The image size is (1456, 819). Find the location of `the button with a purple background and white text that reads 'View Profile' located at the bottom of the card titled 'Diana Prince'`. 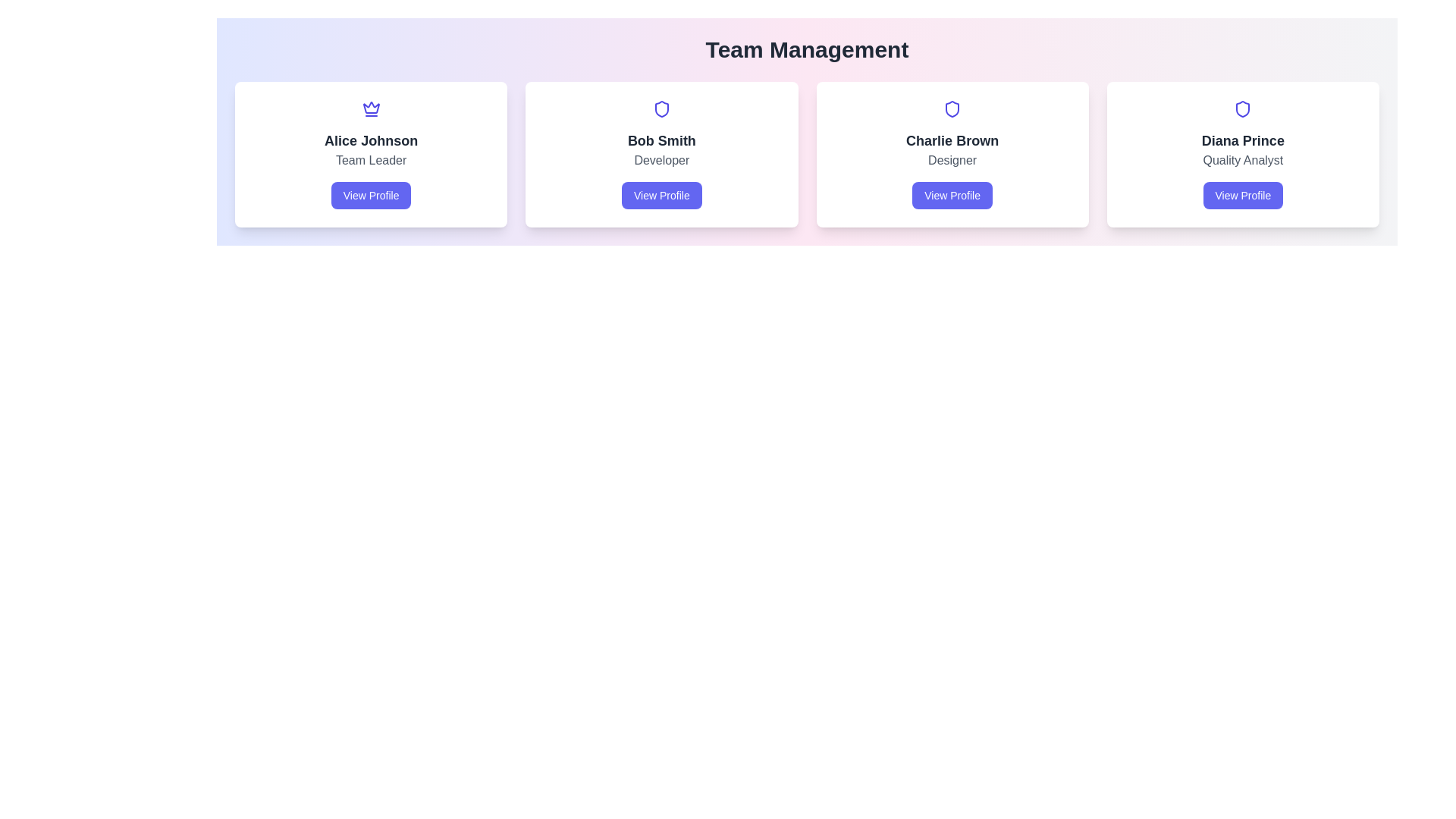

the button with a purple background and white text that reads 'View Profile' located at the bottom of the card titled 'Diana Prince' is located at coordinates (1243, 195).